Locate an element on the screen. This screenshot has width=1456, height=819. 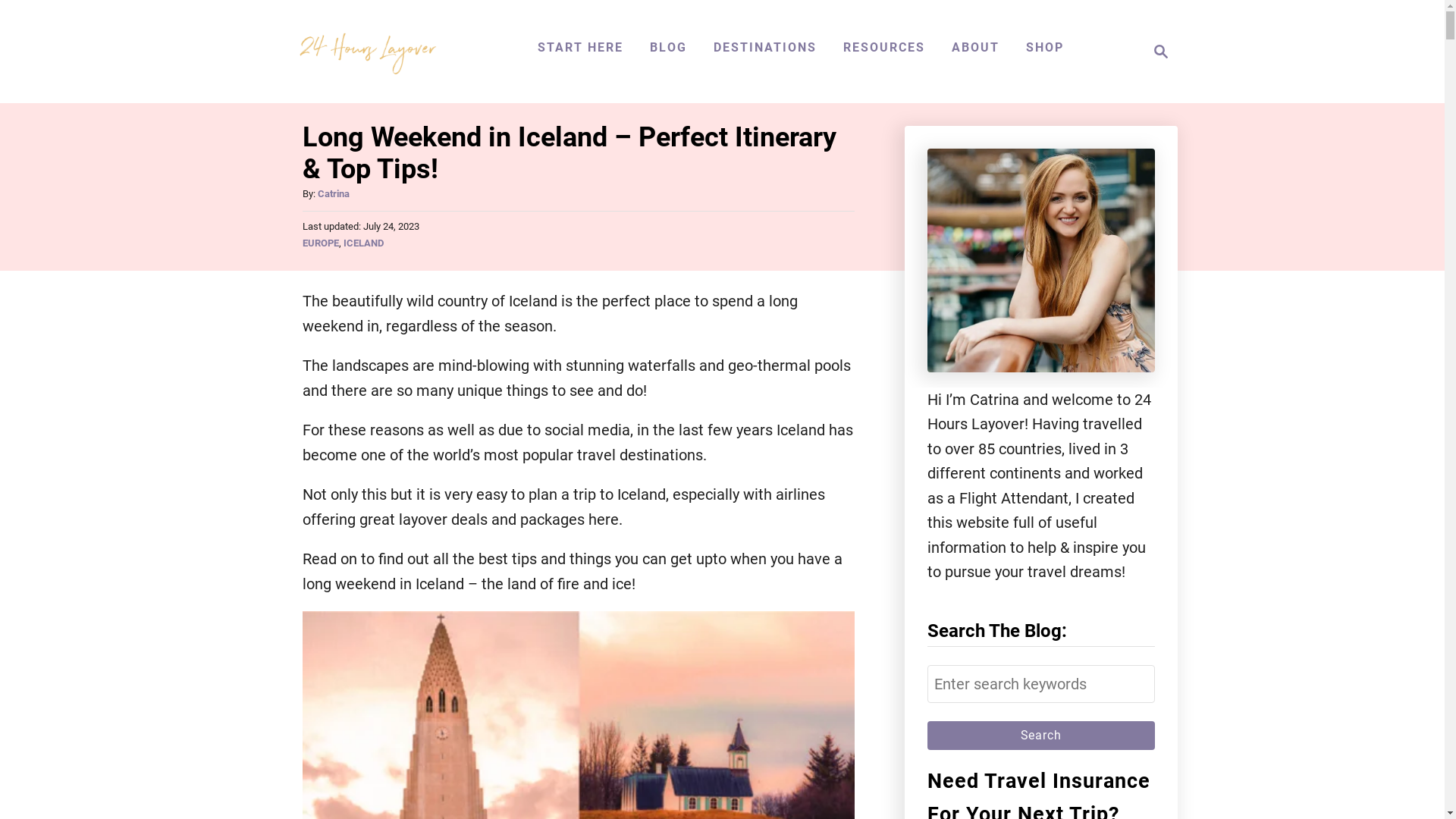
'ABOUT' is located at coordinates (974, 46).